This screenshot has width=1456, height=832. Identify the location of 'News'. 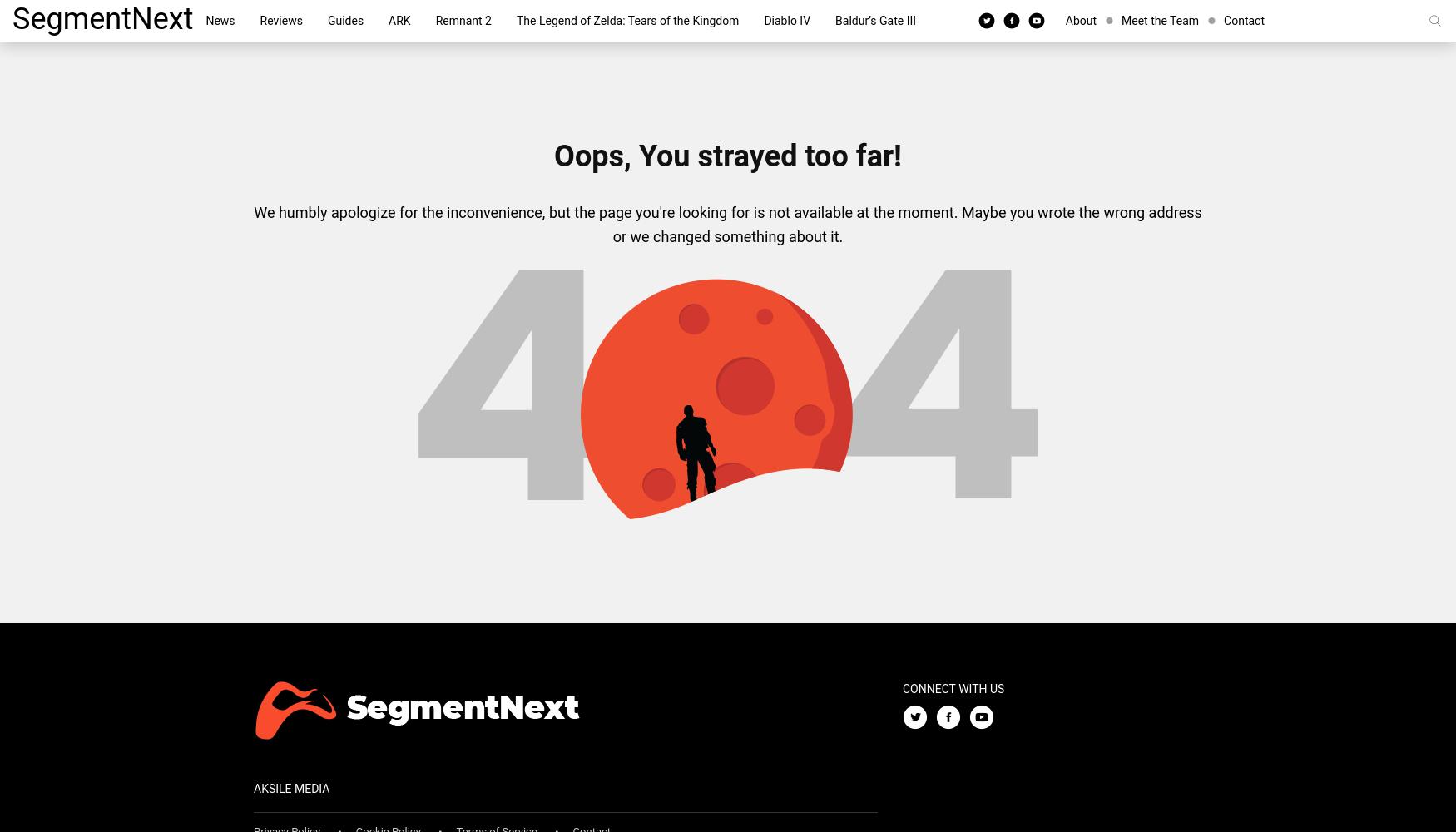
(219, 21).